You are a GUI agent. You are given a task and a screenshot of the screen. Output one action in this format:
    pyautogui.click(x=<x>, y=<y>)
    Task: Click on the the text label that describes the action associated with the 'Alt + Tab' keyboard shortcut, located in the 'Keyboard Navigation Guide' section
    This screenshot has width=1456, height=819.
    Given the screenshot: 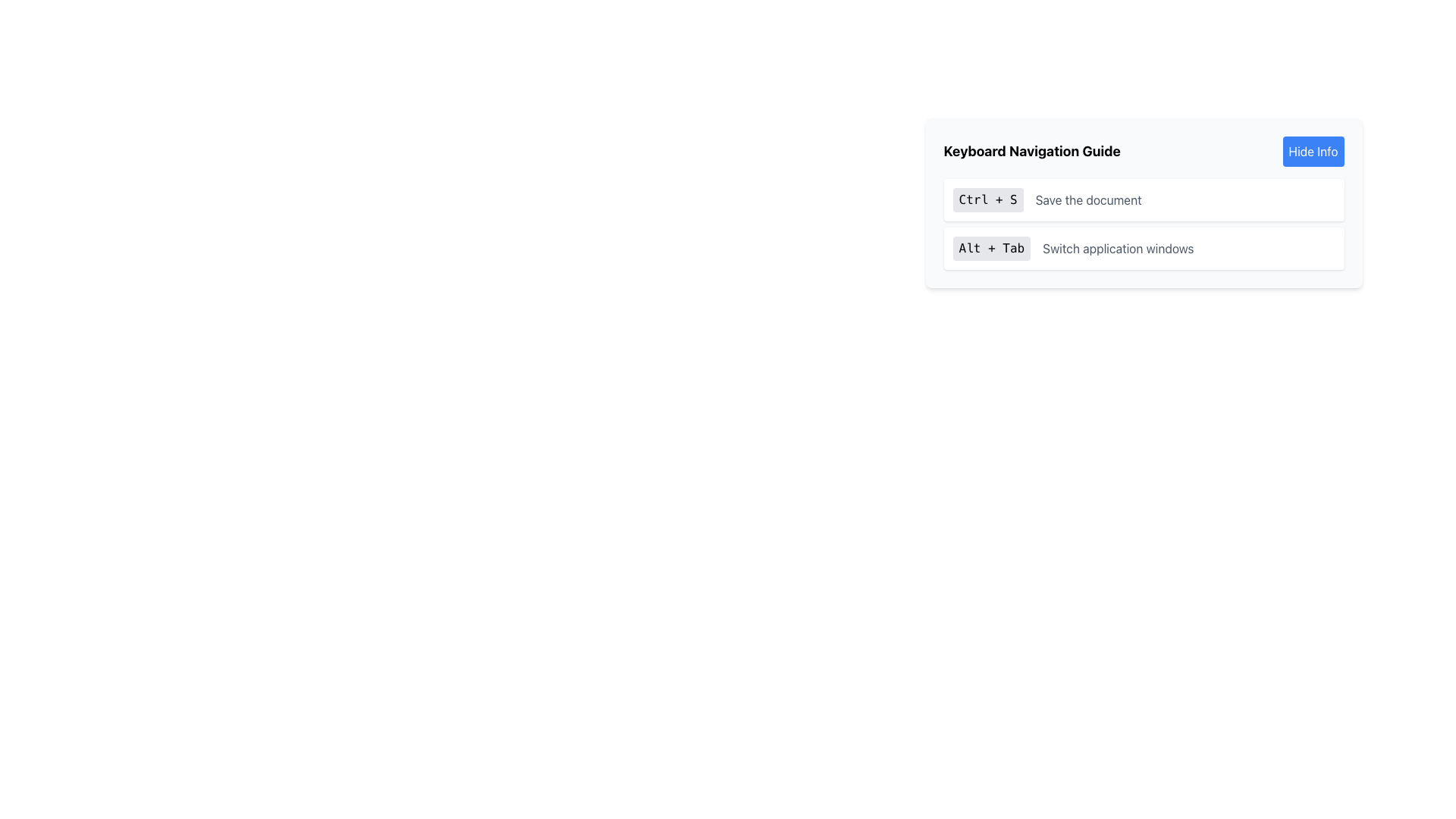 What is the action you would take?
    pyautogui.click(x=1118, y=247)
    